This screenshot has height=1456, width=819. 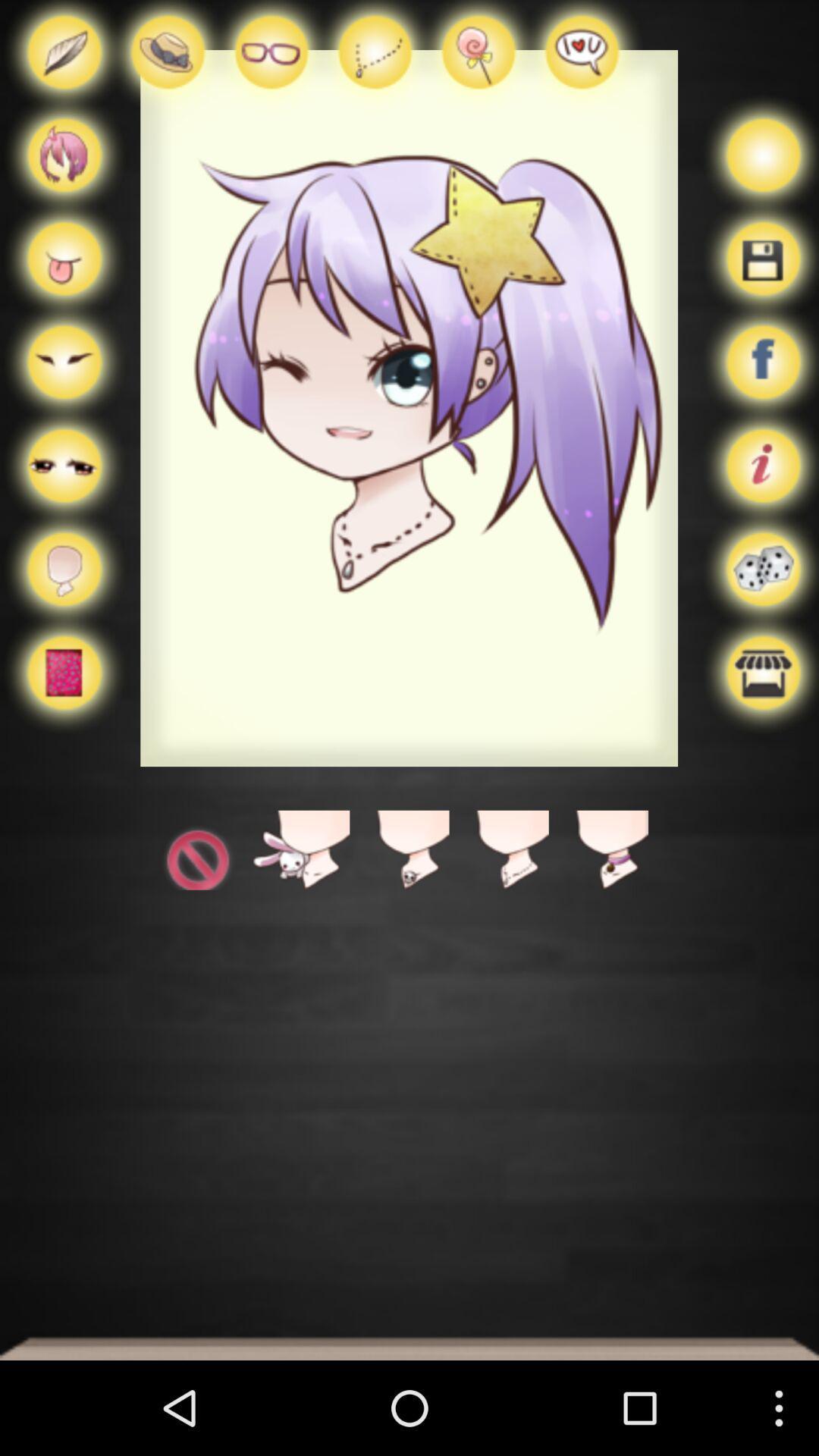 What do you see at coordinates (199, 910) in the screenshot?
I see `the time icon` at bounding box center [199, 910].